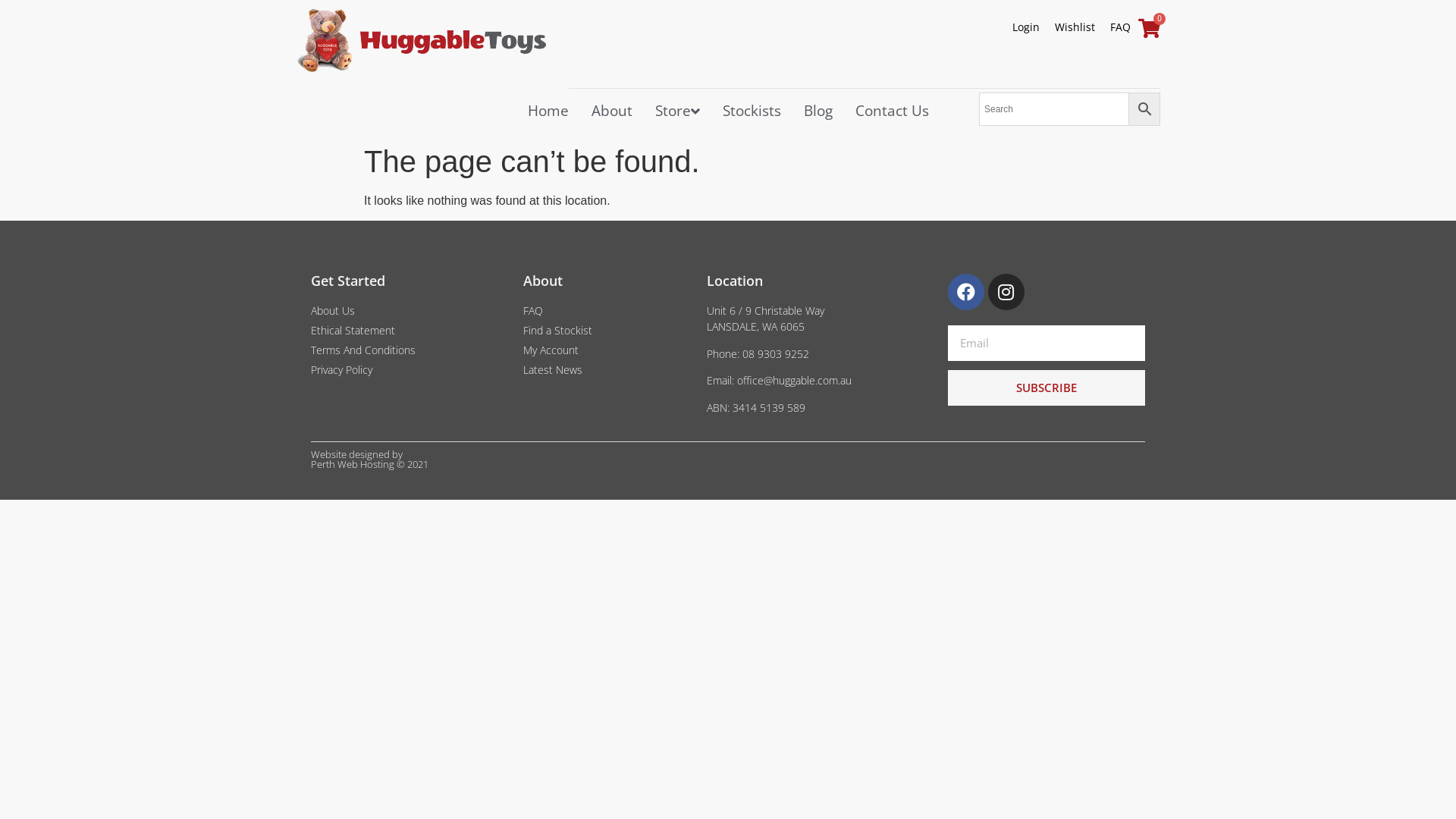 This screenshot has width=1456, height=819. What do you see at coordinates (546, 110) in the screenshot?
I see `'Home'` at bounding box center [546, 110].